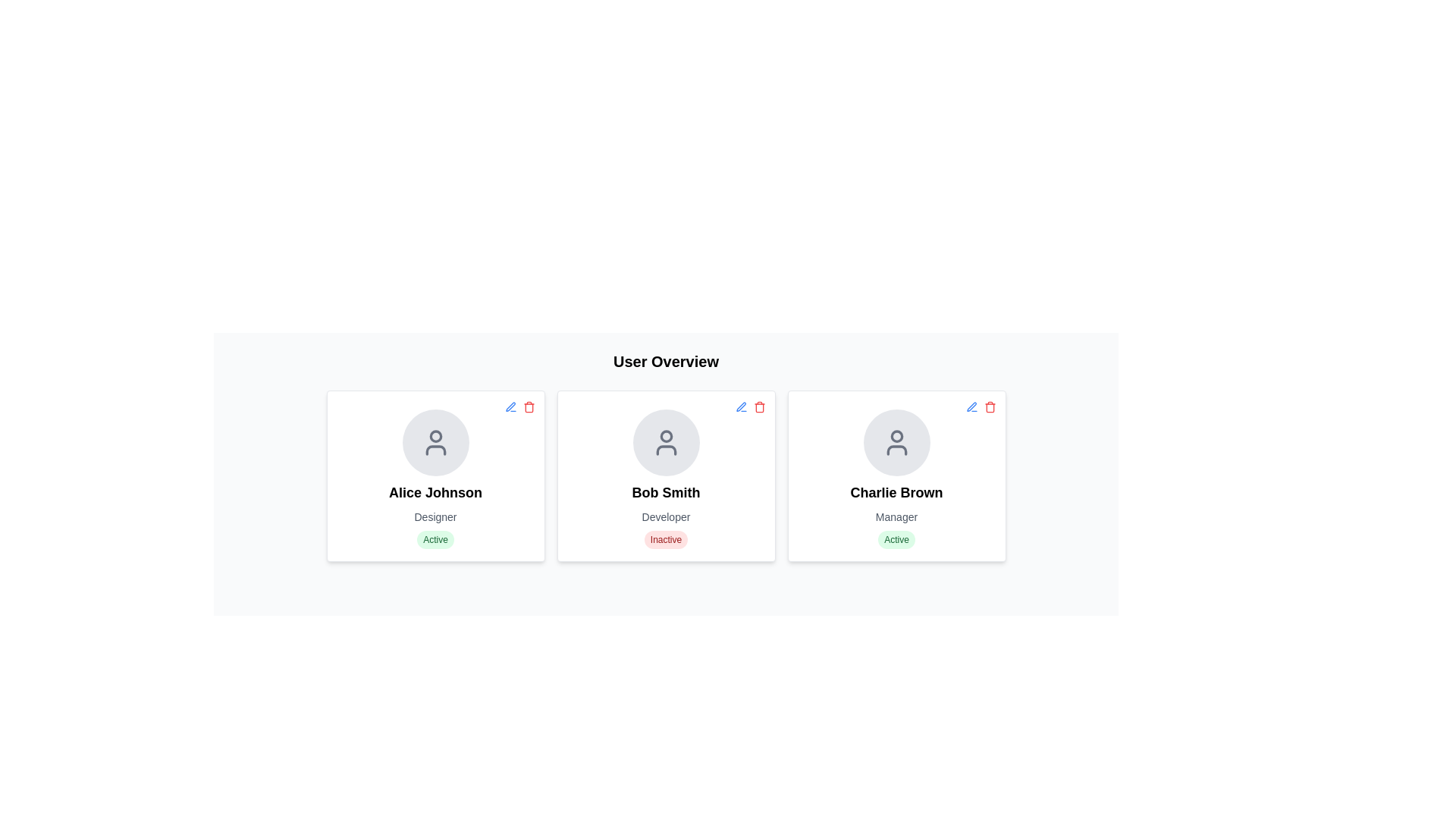  What do you see at coordinates (666, 539) in the screenshot?
I see `the 'Inactive' Status Badge located at the bottom-center of Bob Smith's profile card, which indicates the status of the profile` at bounding box center [666, 539].